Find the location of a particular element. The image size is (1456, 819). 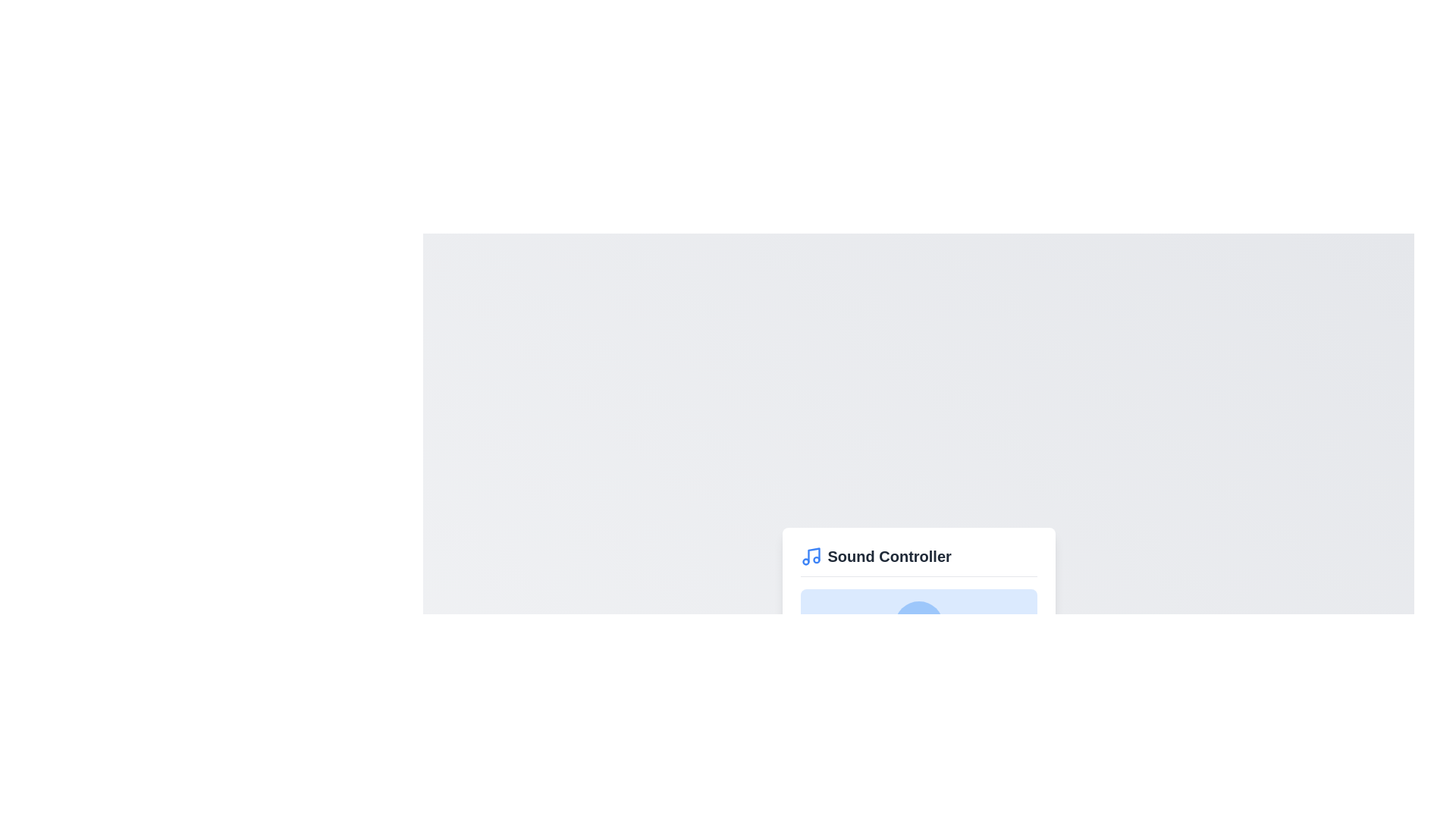

the volume to 3% by interacting with the slider is located at coordinates (806, 679).